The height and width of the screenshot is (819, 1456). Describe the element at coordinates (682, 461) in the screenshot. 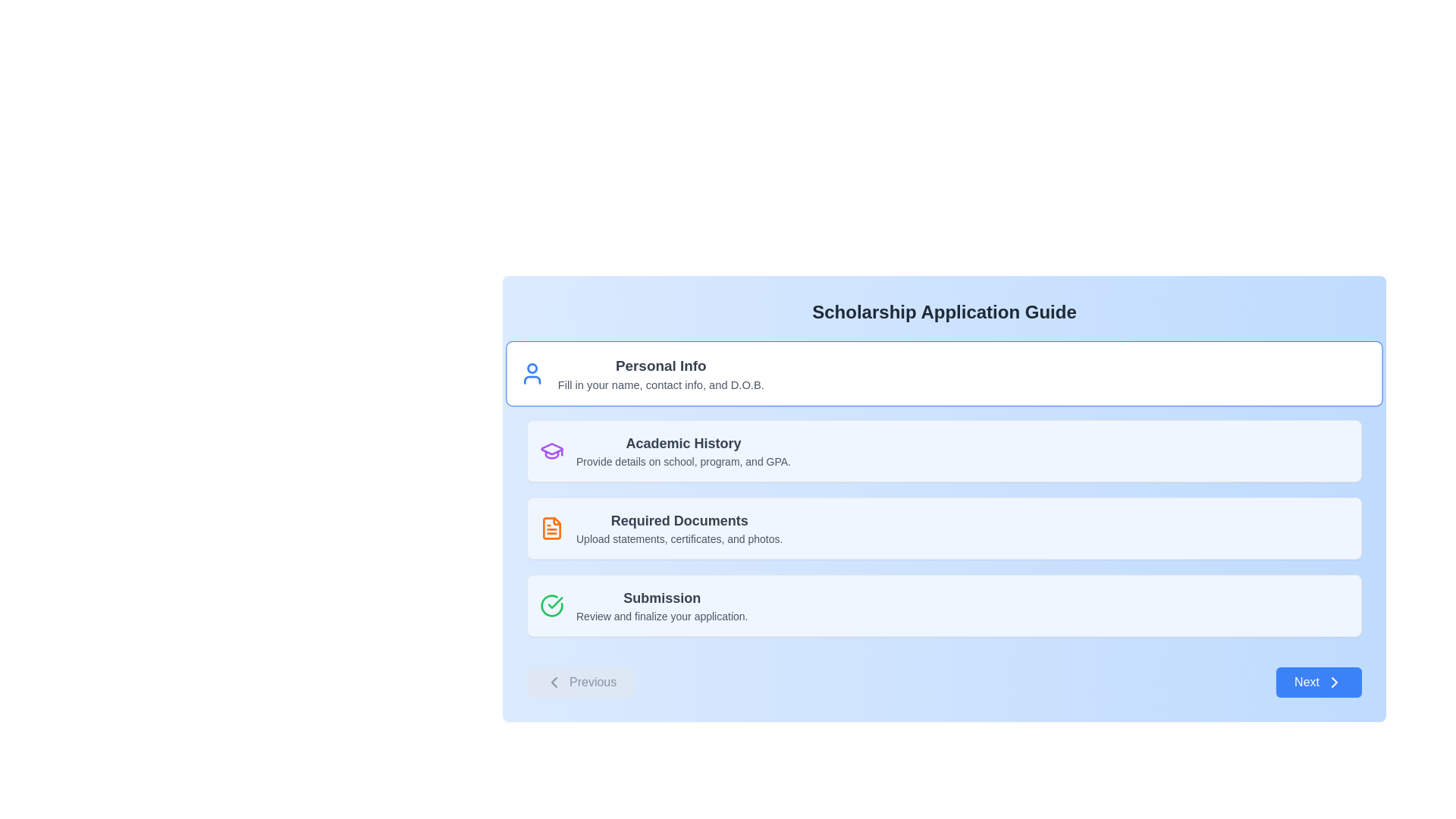

I see `the text label that reads 'Provide details on school, program, and GPA.' which is styled in gray and located directly below the heading 'Academic History'` at that location.